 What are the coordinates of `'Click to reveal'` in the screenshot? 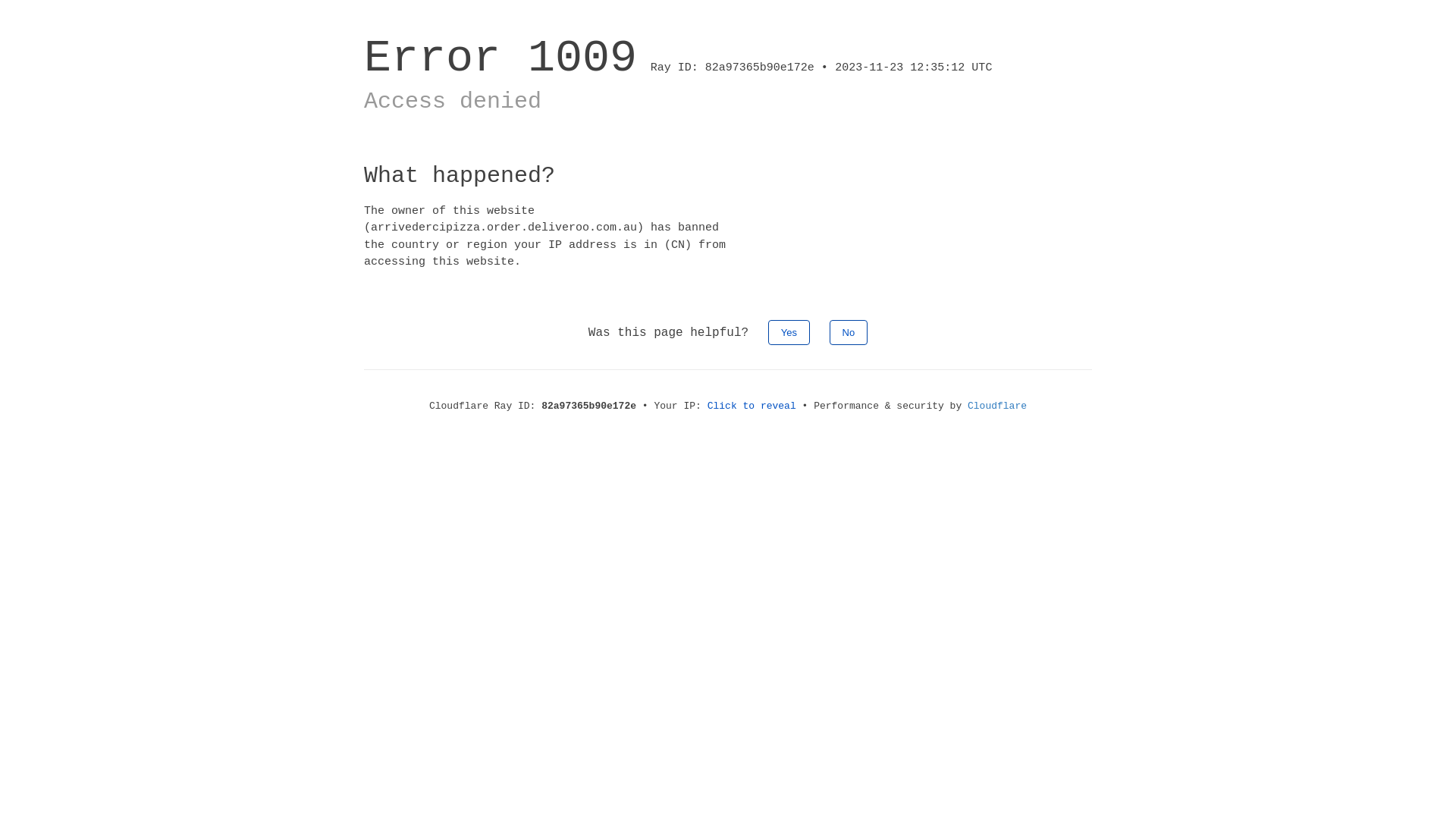 It's located at (752, 405).